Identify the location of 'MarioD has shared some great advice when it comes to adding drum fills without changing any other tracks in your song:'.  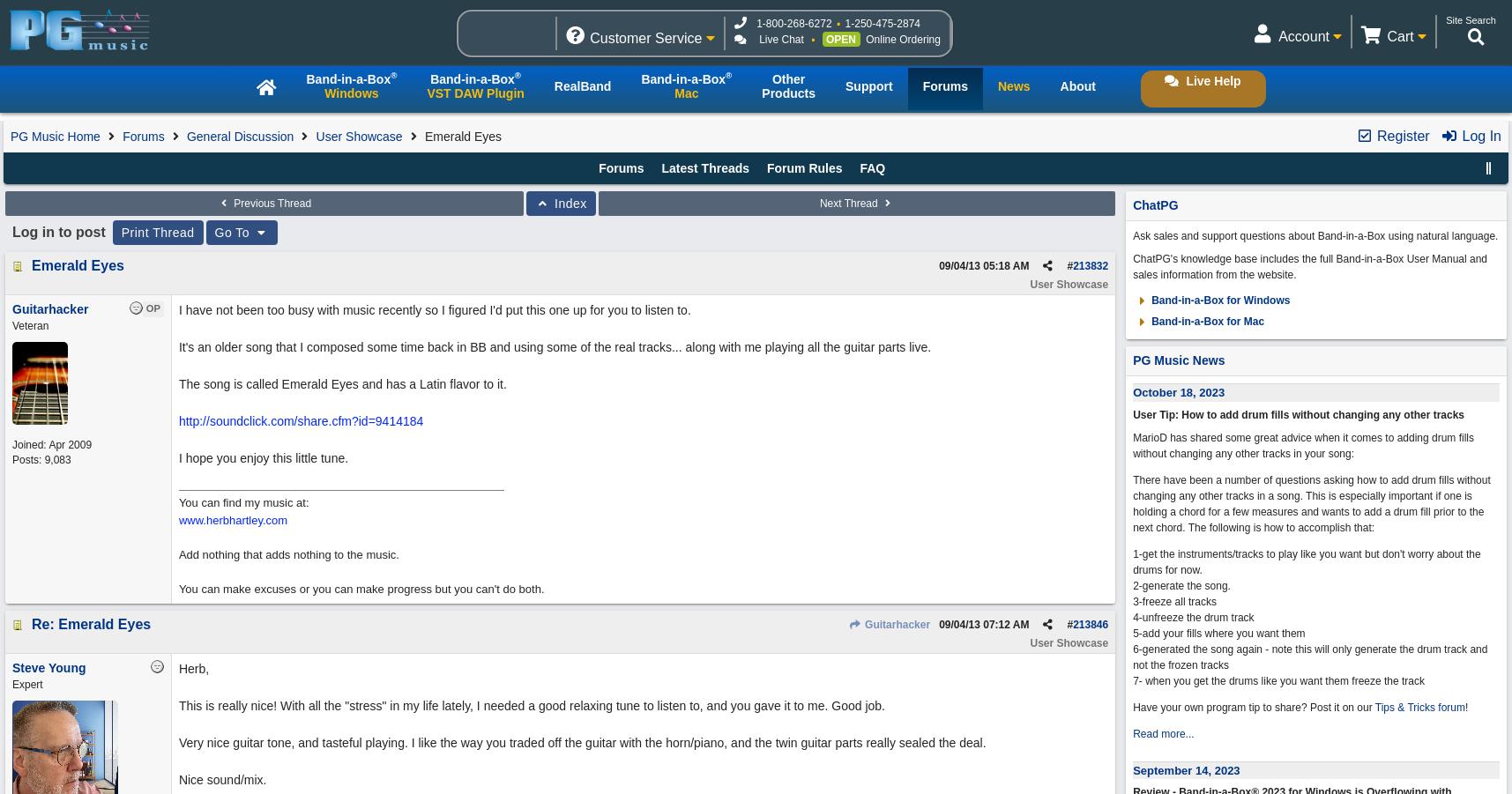
(1302, 445).